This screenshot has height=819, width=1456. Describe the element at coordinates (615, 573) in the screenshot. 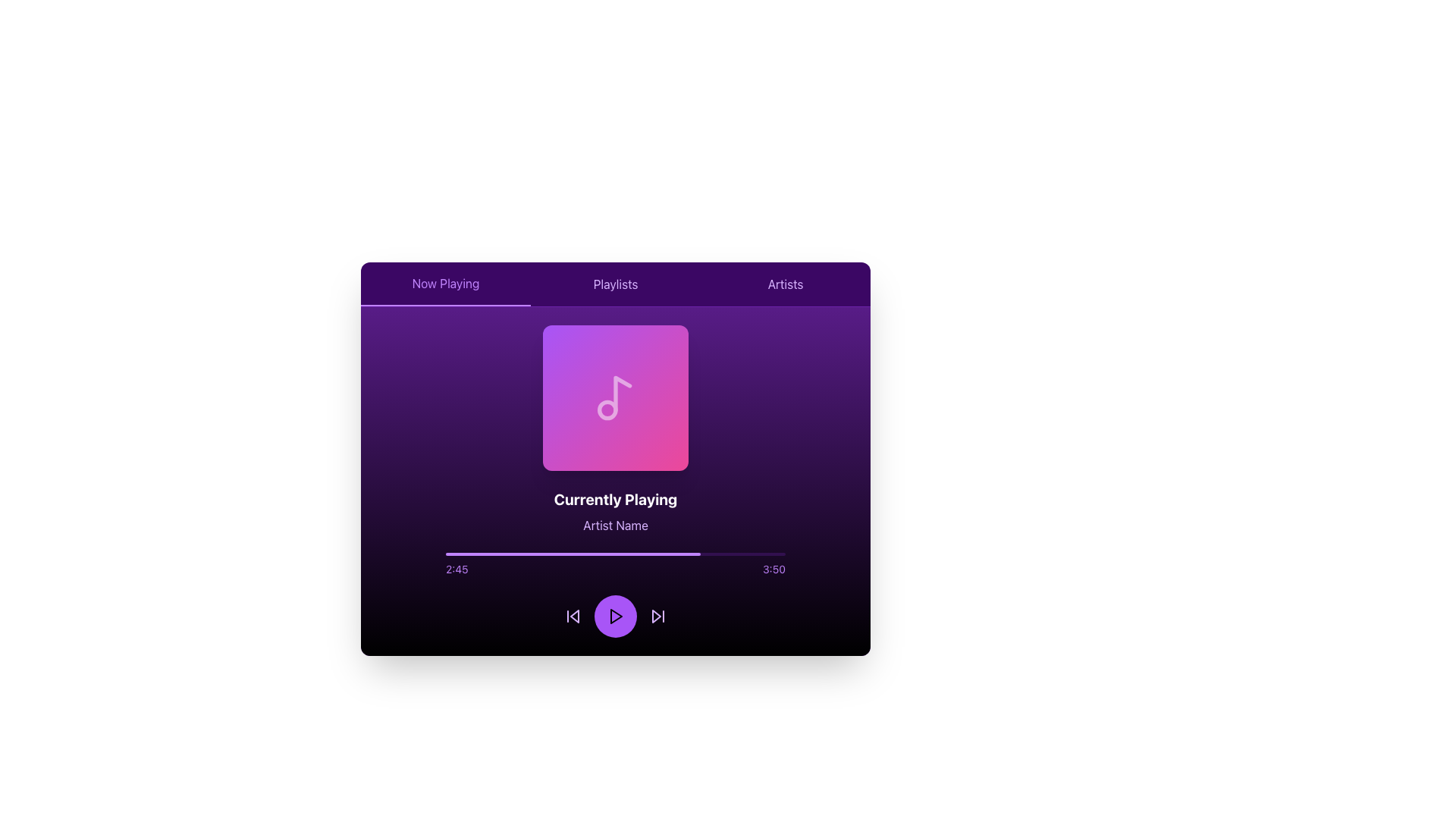

I see `the playback progress indicator on the progress bar, which is centrally located below the 'Currently Playing' label` at that location.